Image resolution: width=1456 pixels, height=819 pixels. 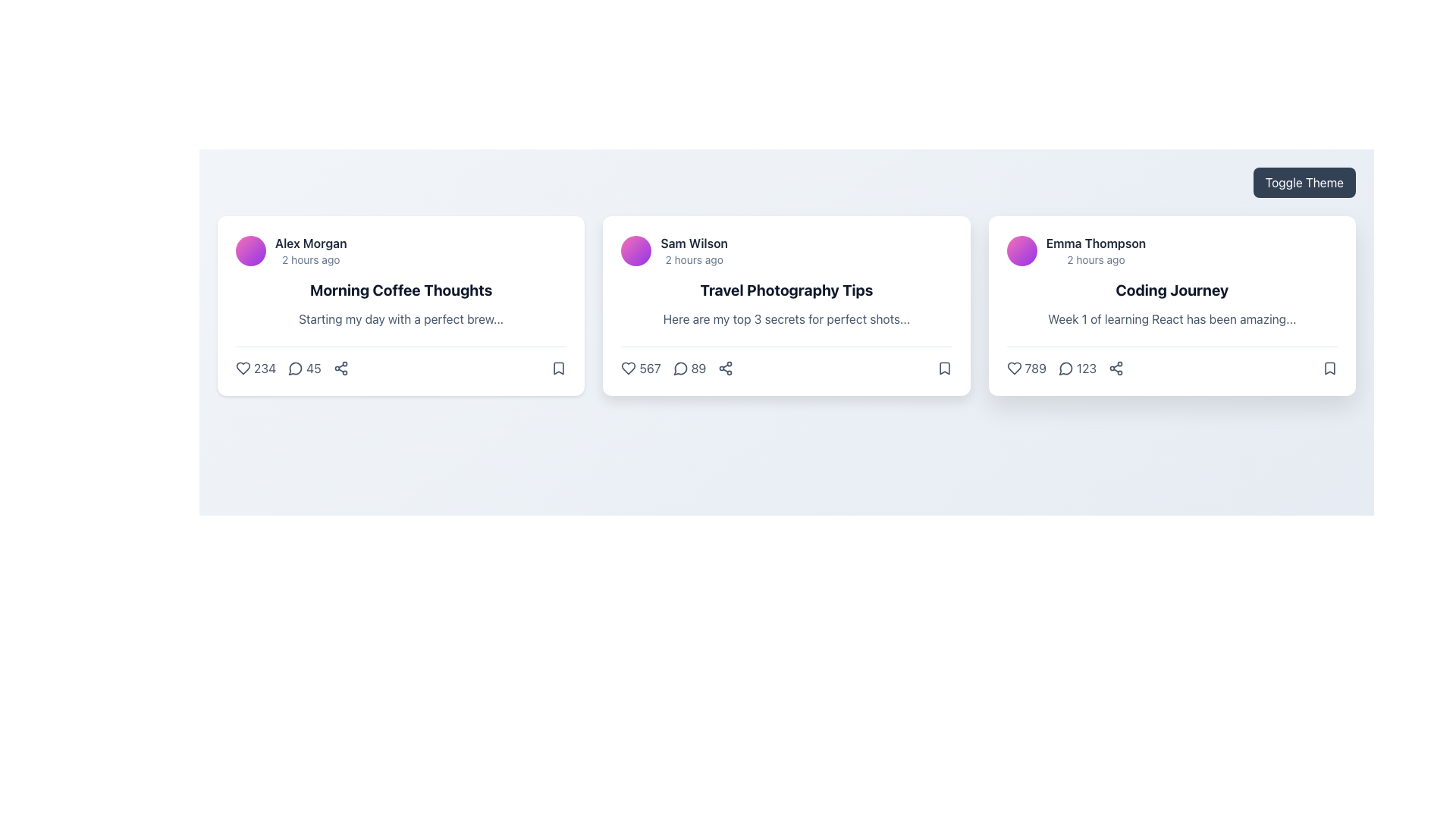 What do you see at coordinates (265, 369) in the screenshot?
I see `the numeric text displaying '234', which is styled in slate-gray color and located below the title 'Alex Morgan' to associate the number with the heart icon's meaning` at bounding box center [265, 369].